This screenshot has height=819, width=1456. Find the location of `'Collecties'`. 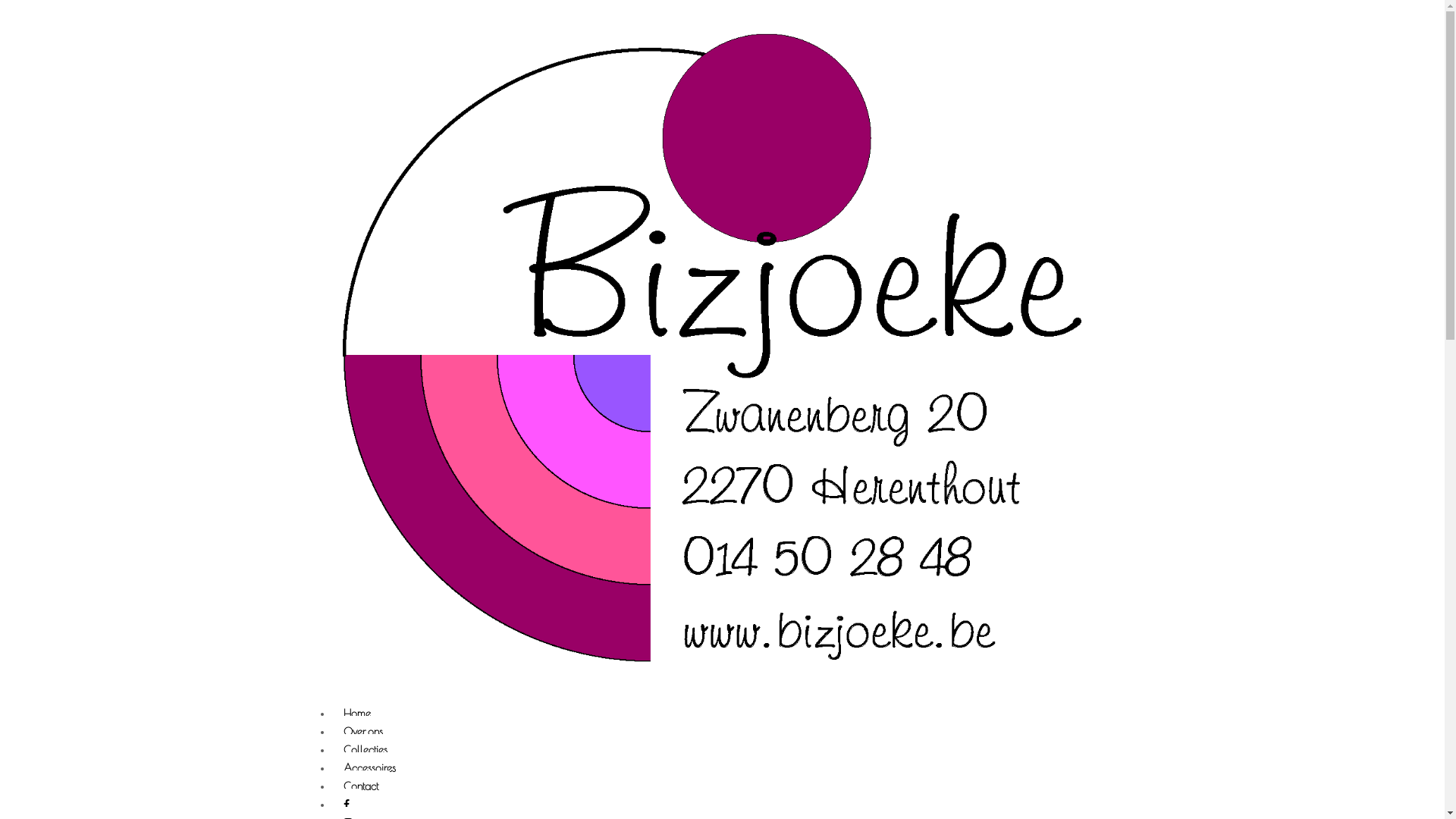

'Collecties' is located at coordinates (365, 751).